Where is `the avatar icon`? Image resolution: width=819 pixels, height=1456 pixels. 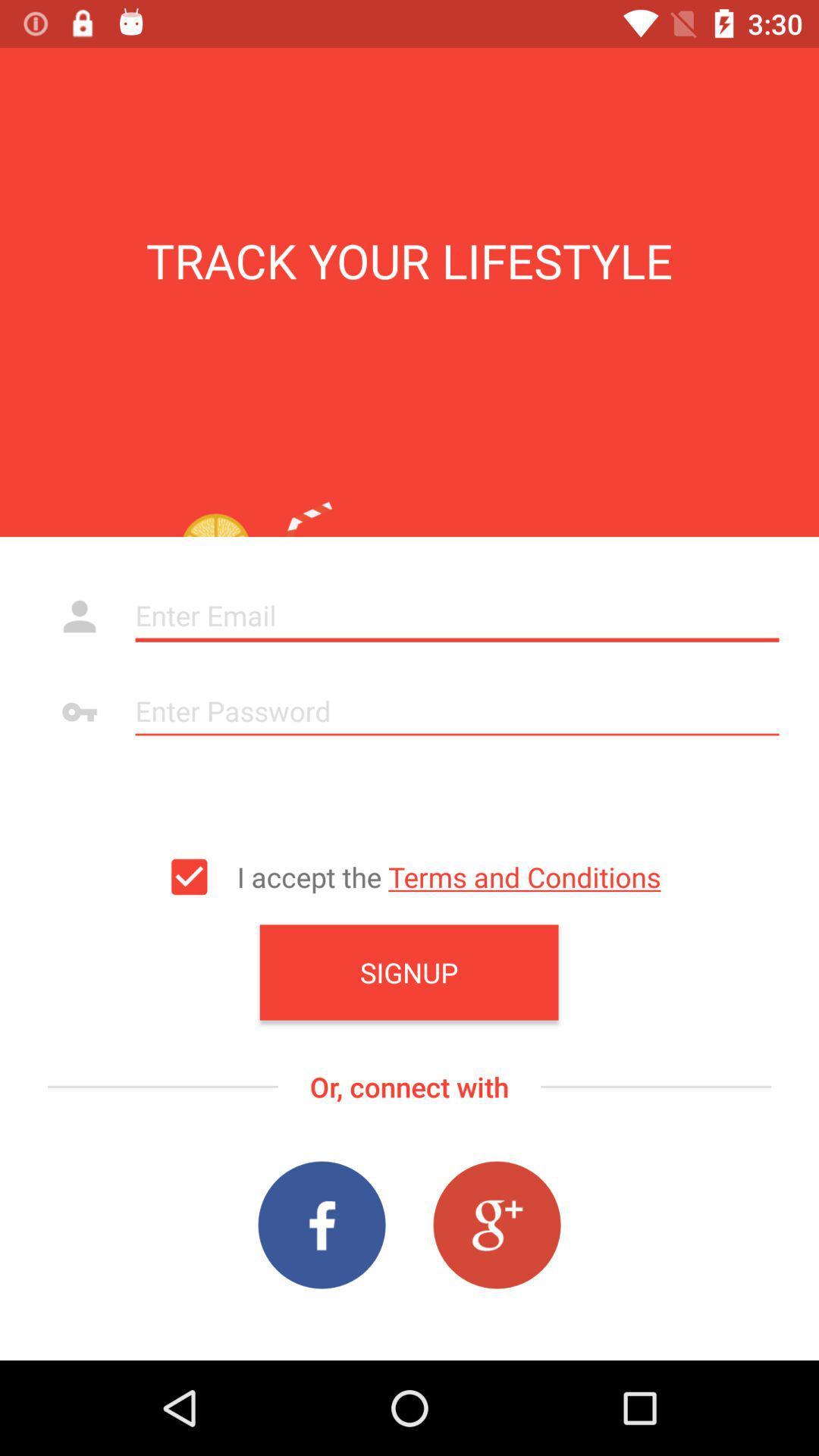
the avatar icon is located at coordinates (79, 616).